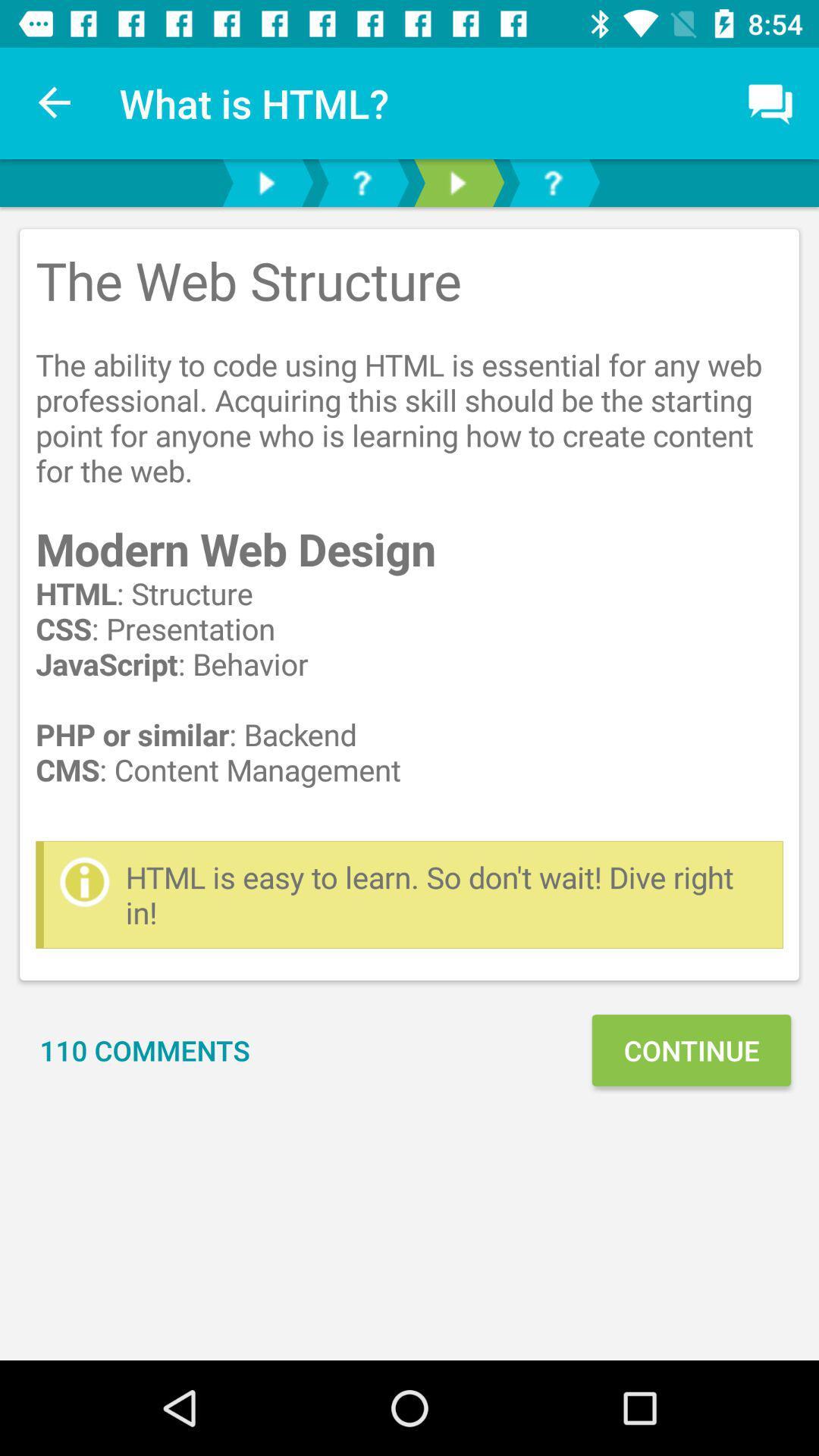 Image resolution: width=819 pixels, height=1456 pixels. Describe the element at coordinates (145, 1050) in the screenshot. I see `icon to the left of the continue item` at that location.